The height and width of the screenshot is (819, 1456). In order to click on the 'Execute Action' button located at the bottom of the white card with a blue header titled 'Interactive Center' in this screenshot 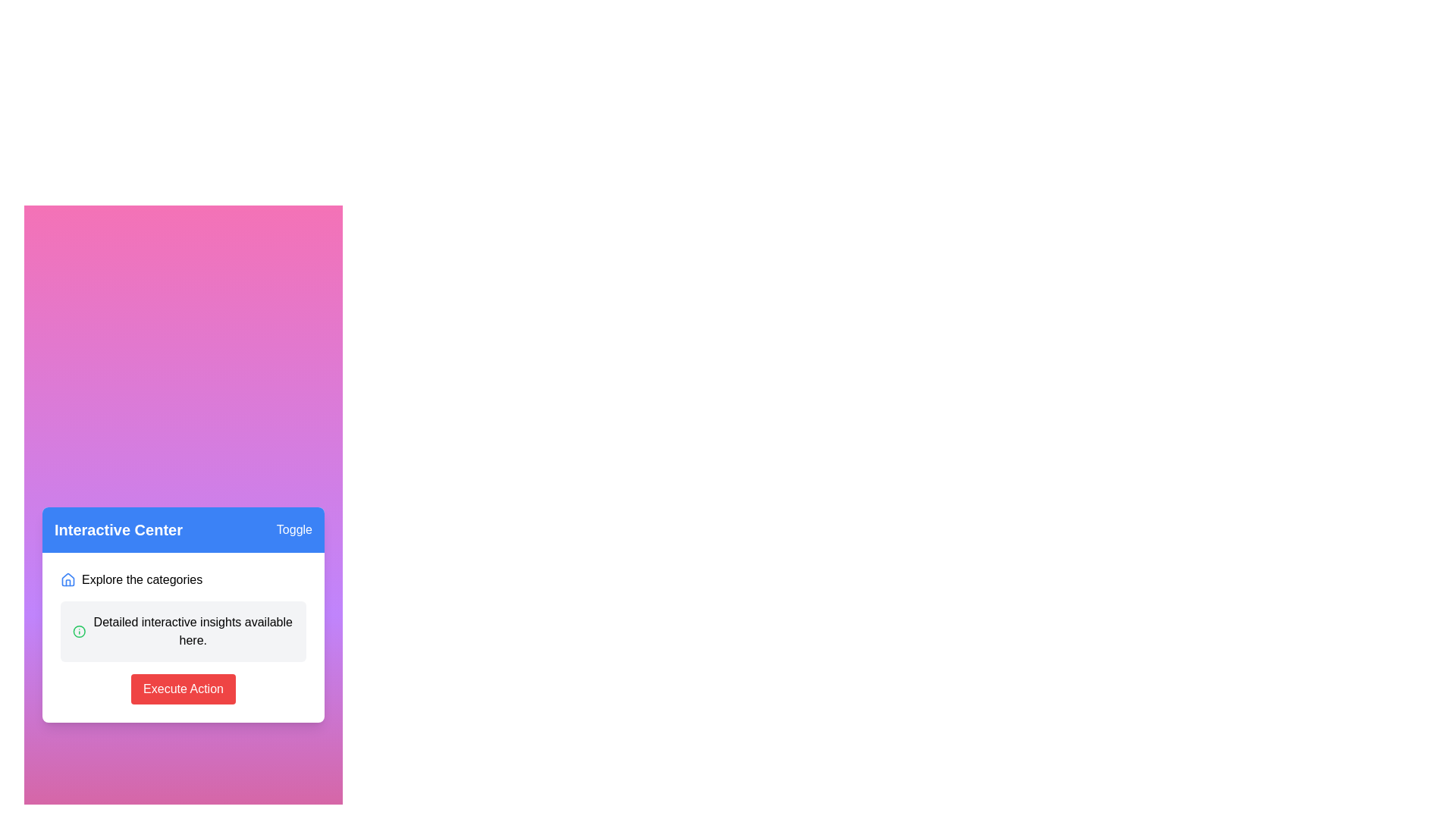, I will do `click(182, 689)`.